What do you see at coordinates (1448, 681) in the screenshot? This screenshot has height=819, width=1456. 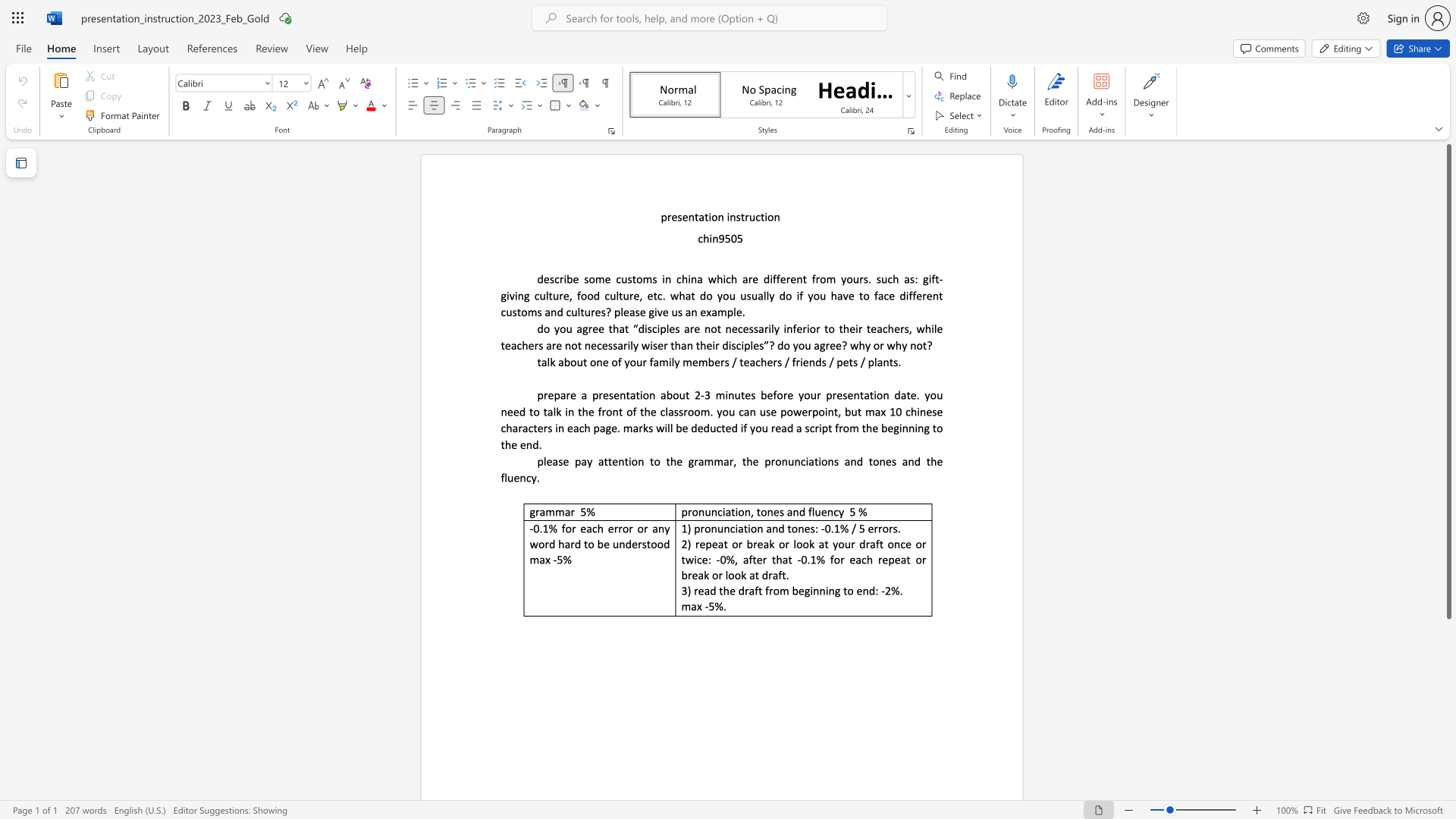 I see `the page's right scrollbar for downward movement` at bounding box center [1448, 681].